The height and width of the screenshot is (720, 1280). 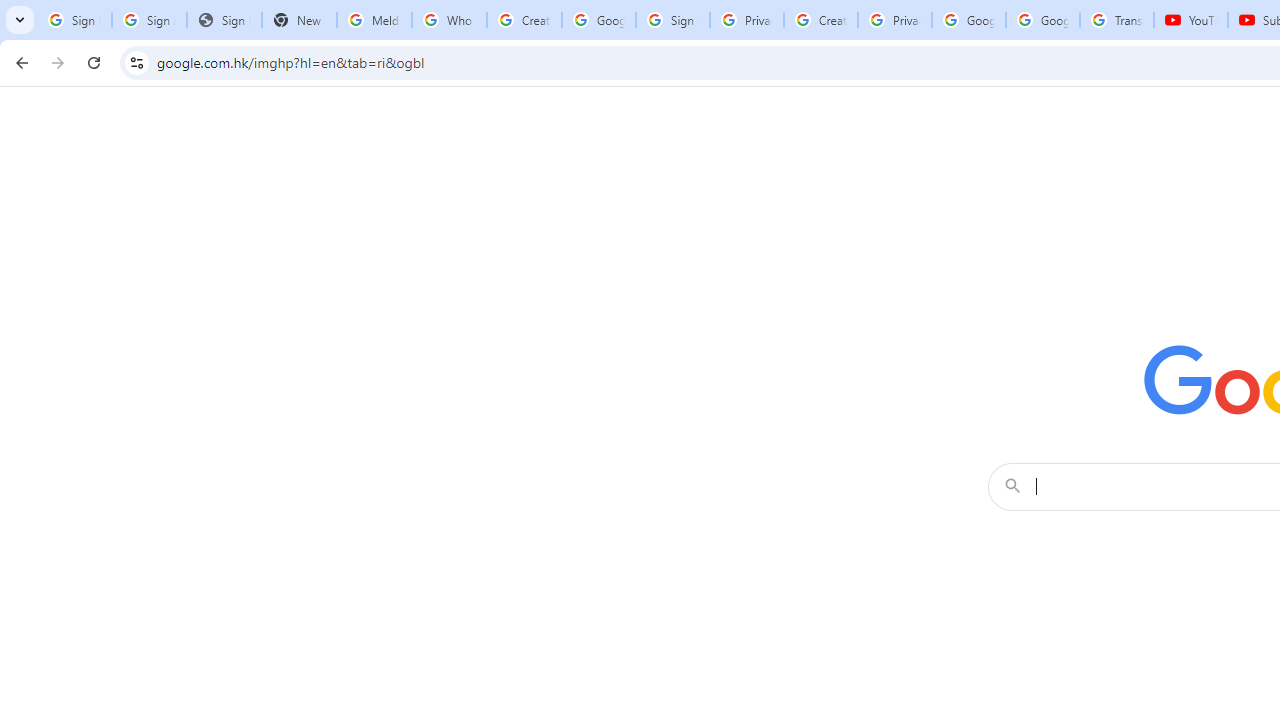 I want to click on 'Sign in - Google Accounts', so click(x=673, y=20).